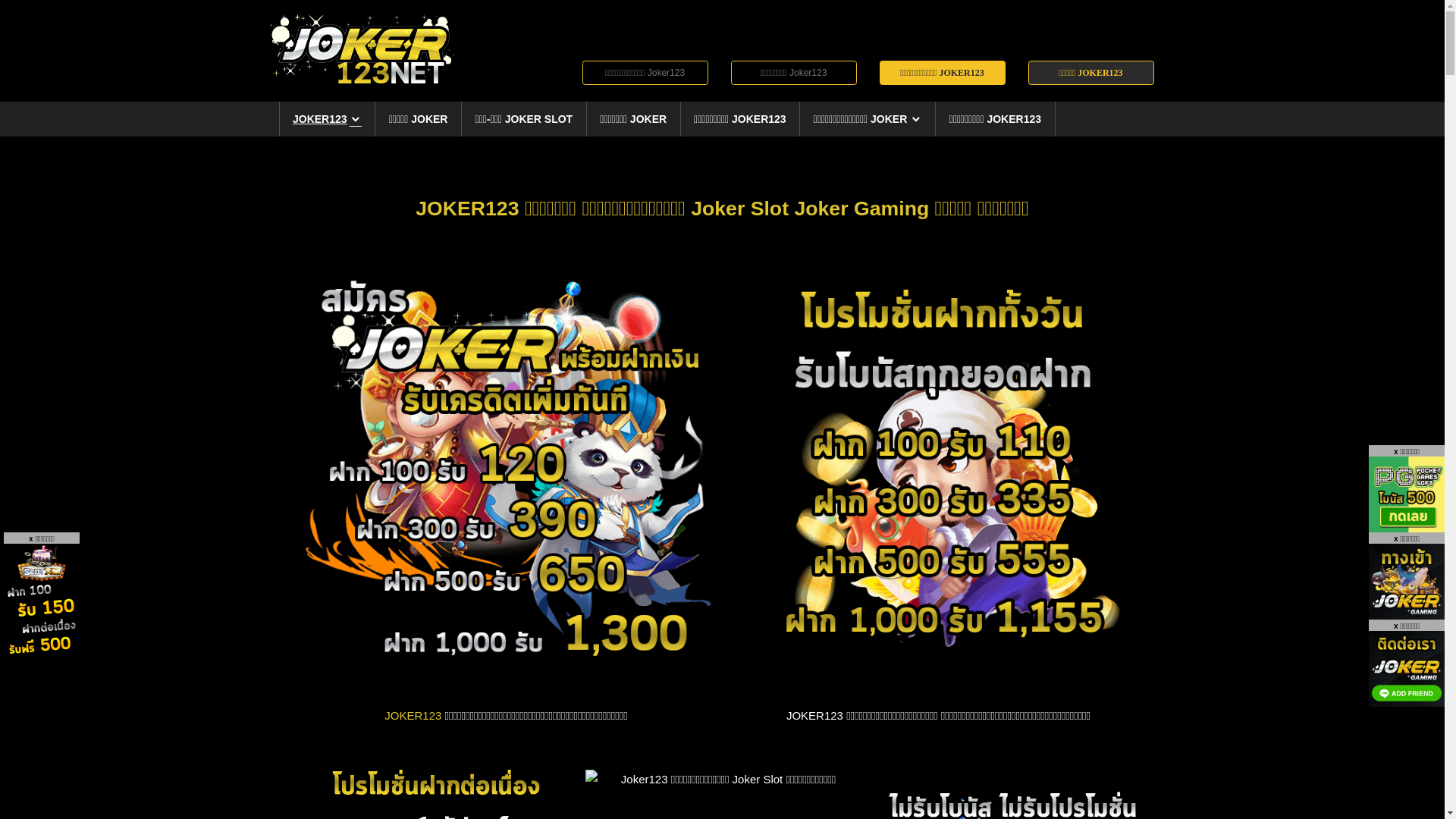 The image size is (1456, 819). What do you see at coordinates (413, 715) in the screenshot?
I see `'JOKER123'` at bounding box center [413, 715].